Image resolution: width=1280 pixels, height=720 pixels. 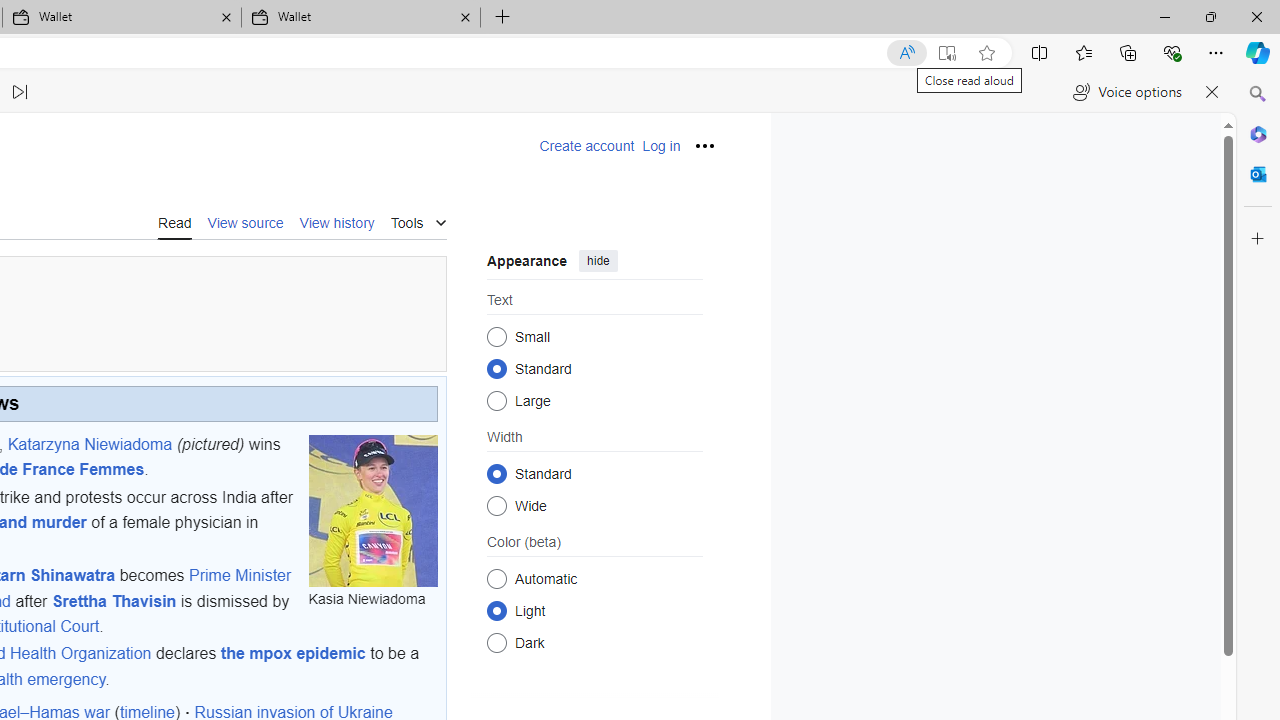 What do you see at coordinates (585, 145) in the screenshot?
I see `'Create account'` at bounding box center [585, 145].